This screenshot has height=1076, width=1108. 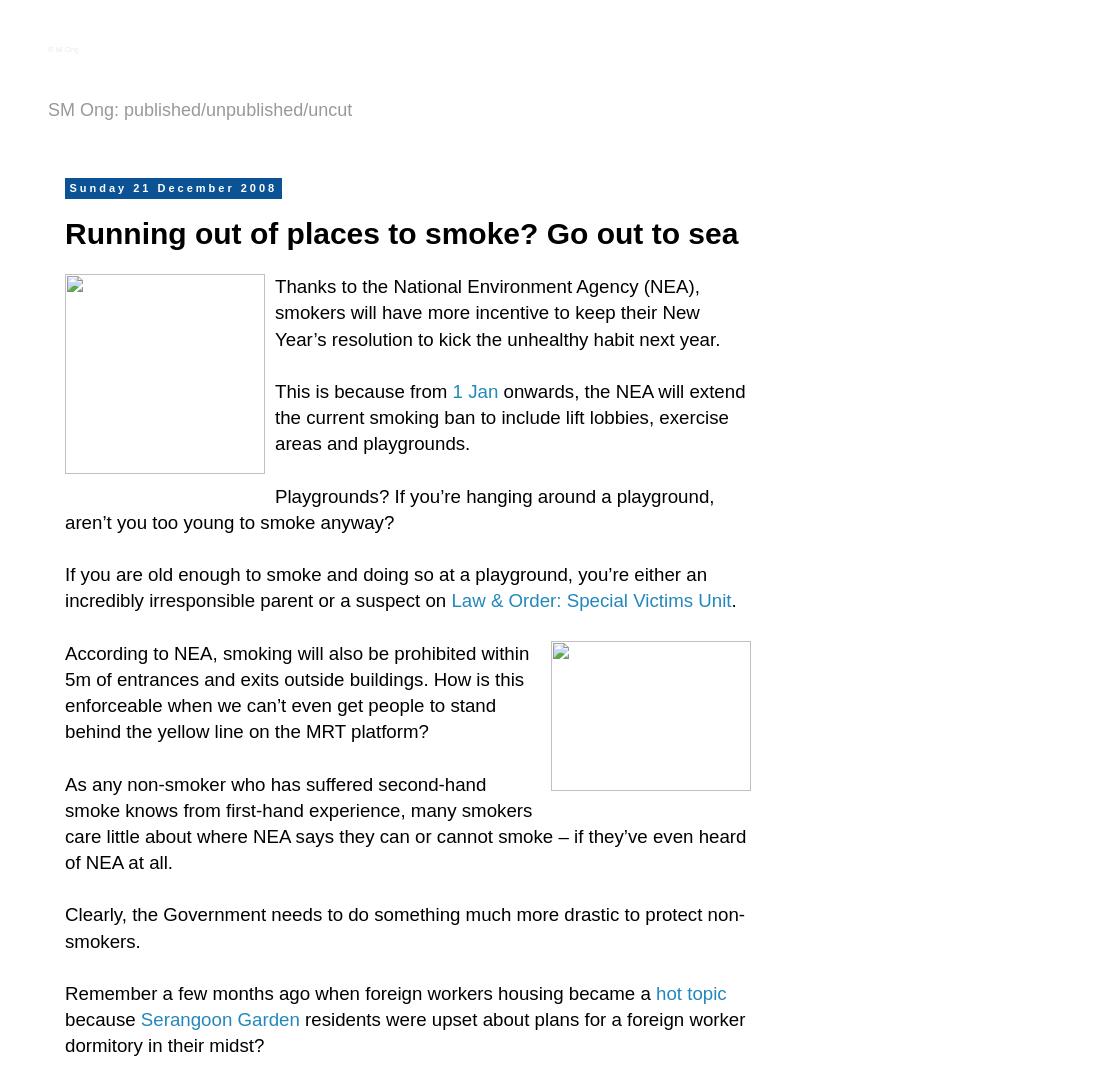 What do you see at coordinates (359, 991) in the screenshot?
I see `'Remember a few months ago when foreign workers housing became a'` at bounding box center [359, 991].